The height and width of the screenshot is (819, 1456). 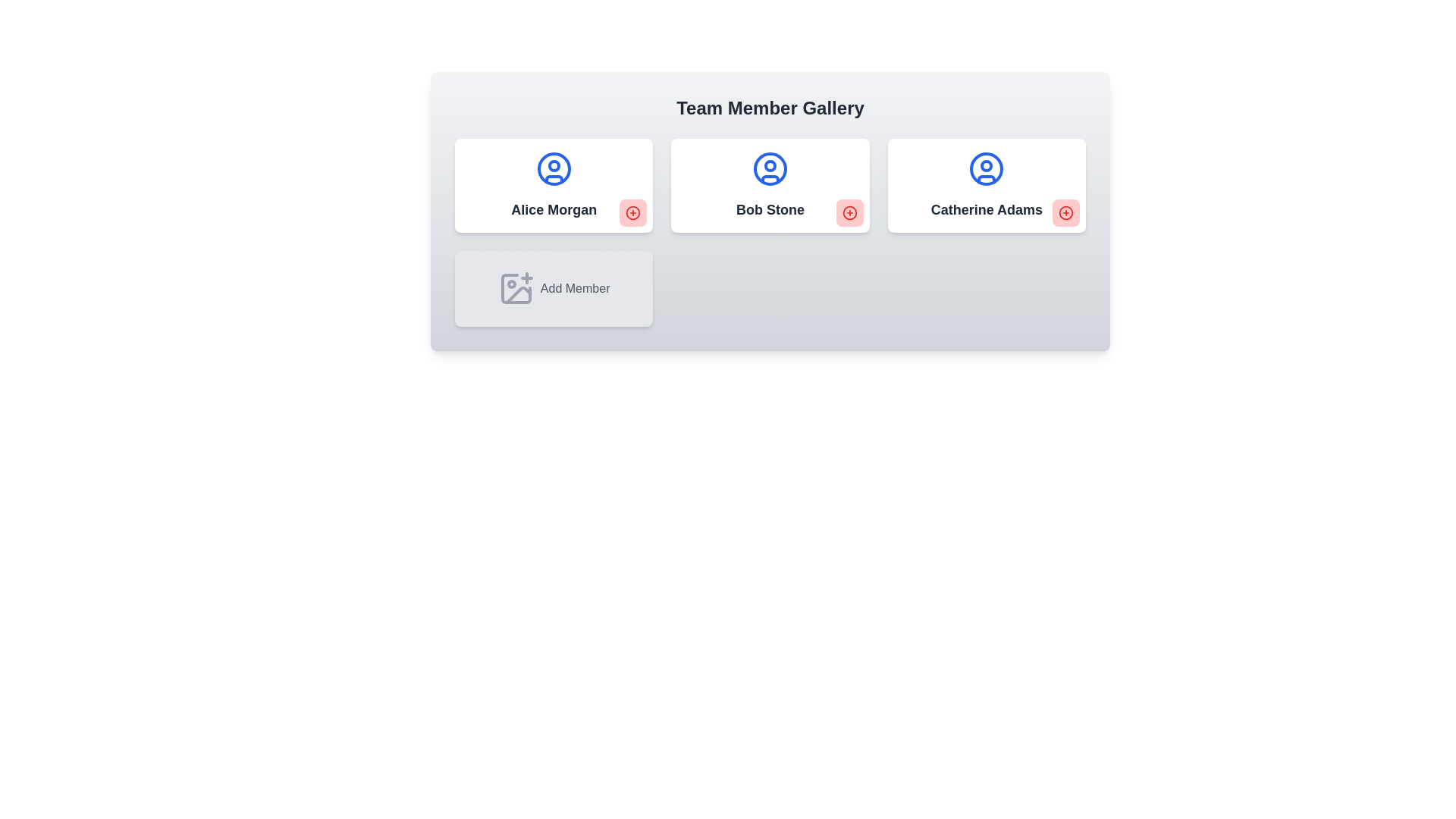 What do you see at coordinates (553, 169) in the screenshot?
I see `the circular element of the user profile icon located at the top left of the 'Alice Morgan' card in the user gallery` at bounding box center [553, 169].